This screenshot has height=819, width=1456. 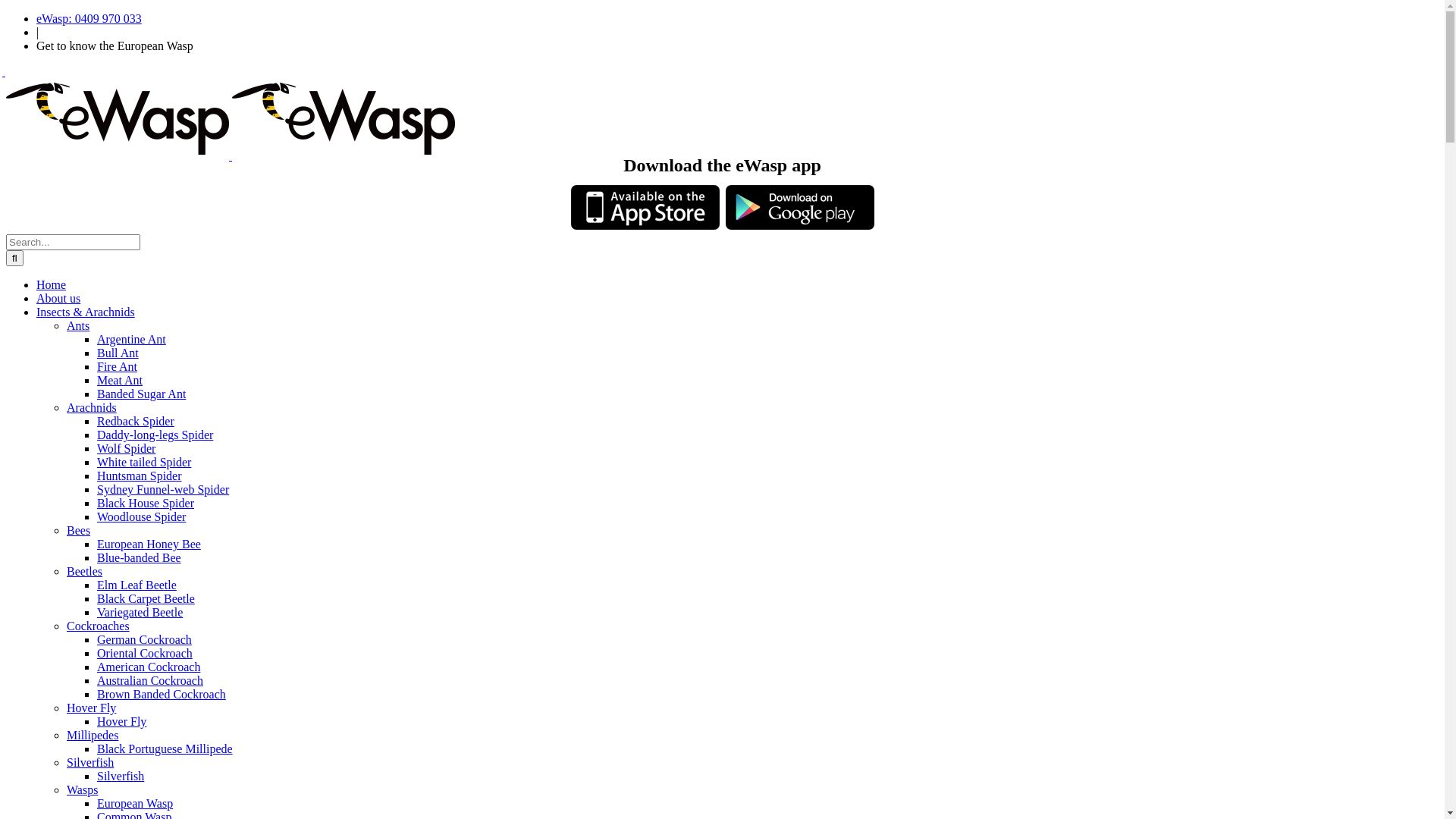 I want to click on 'Blue-banded Bee', so click(x=139, y=557).